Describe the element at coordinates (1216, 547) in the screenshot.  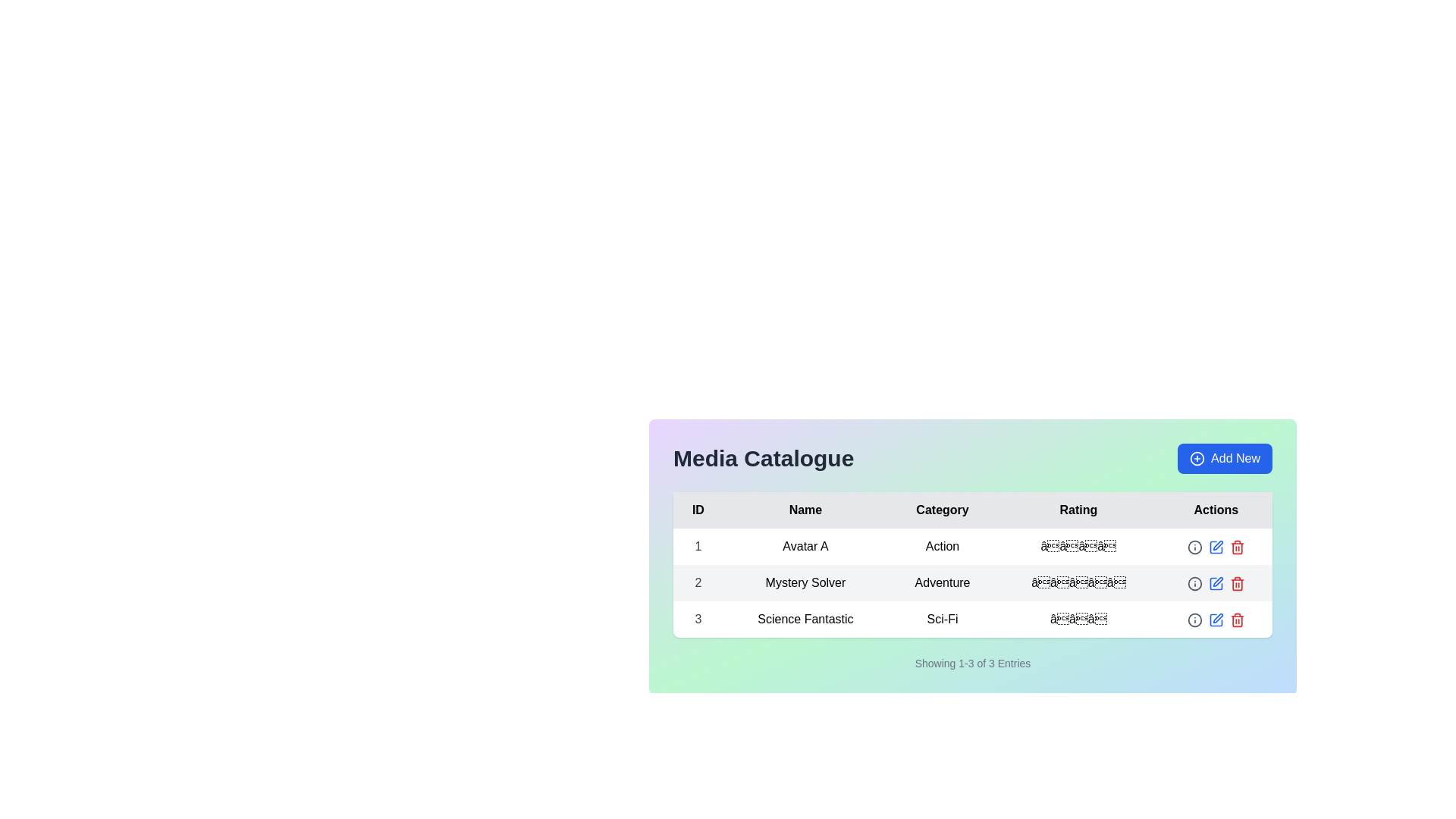
I see `the edit icon button located in the 'Actions' column of the first row in the table` at that location.